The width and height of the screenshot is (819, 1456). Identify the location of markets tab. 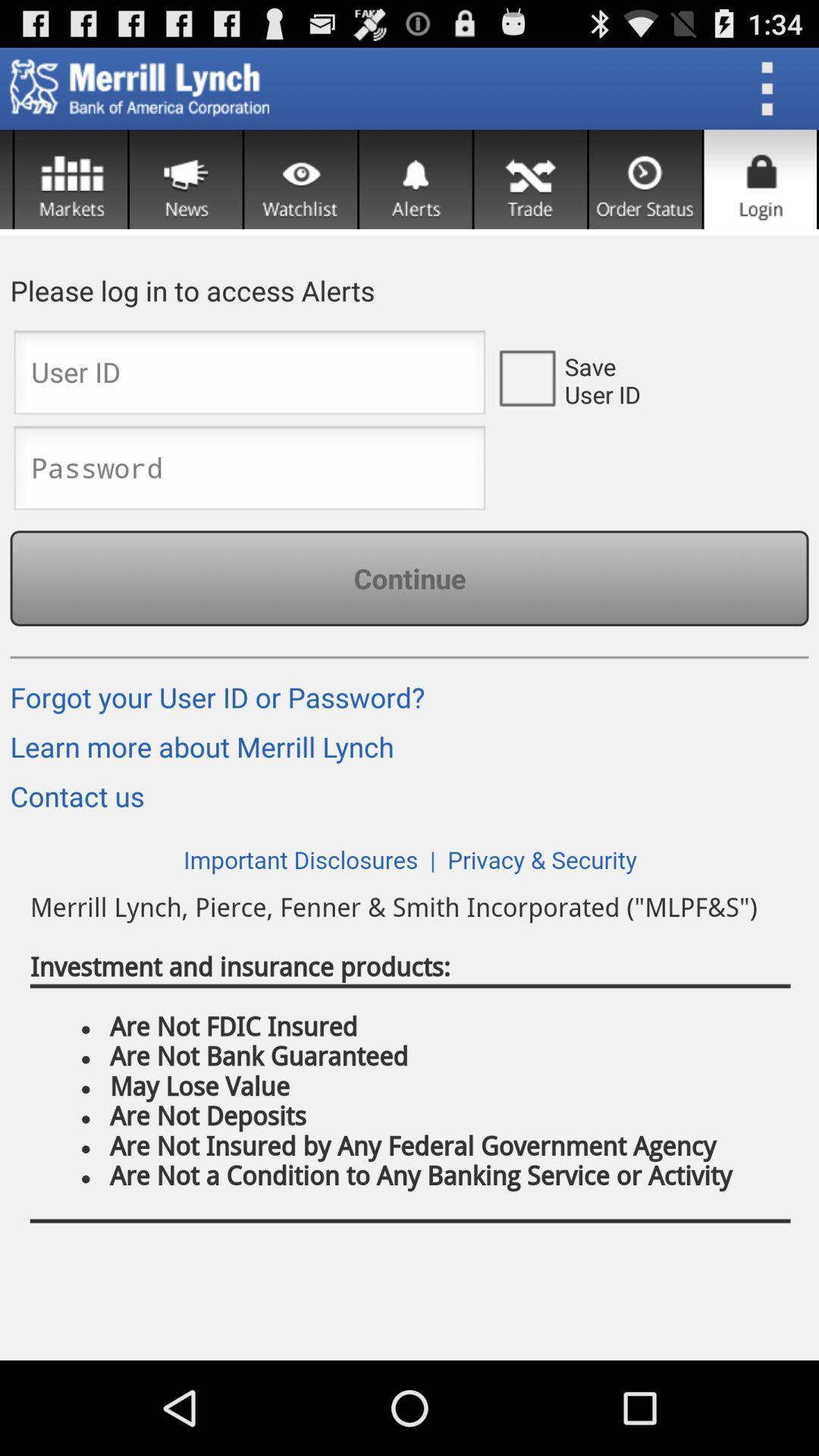
(71, 179).